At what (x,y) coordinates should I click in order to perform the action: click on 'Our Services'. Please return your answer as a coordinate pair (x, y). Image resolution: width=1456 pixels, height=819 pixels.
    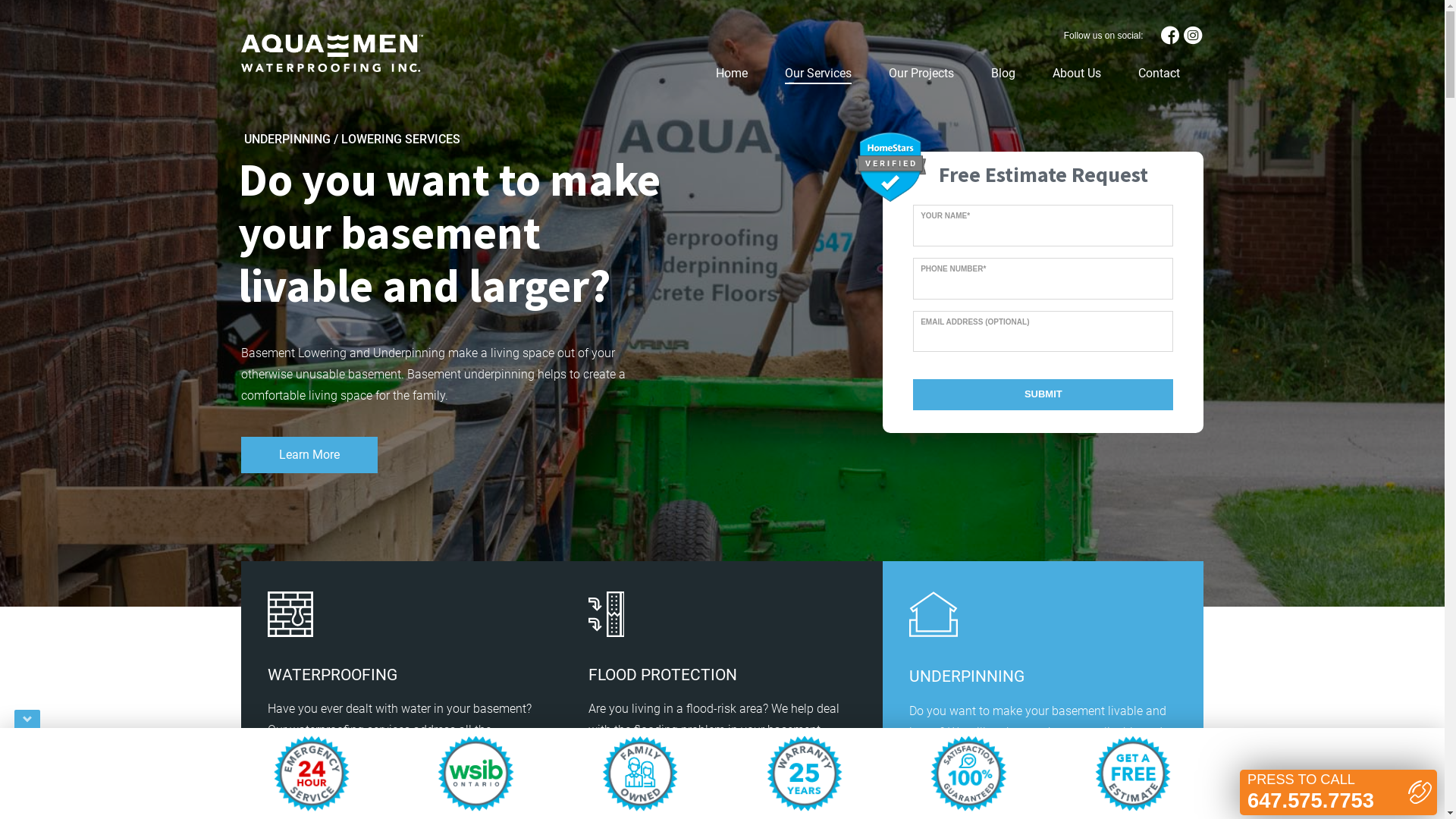
    Looking at the image, I should click on (775, 73).